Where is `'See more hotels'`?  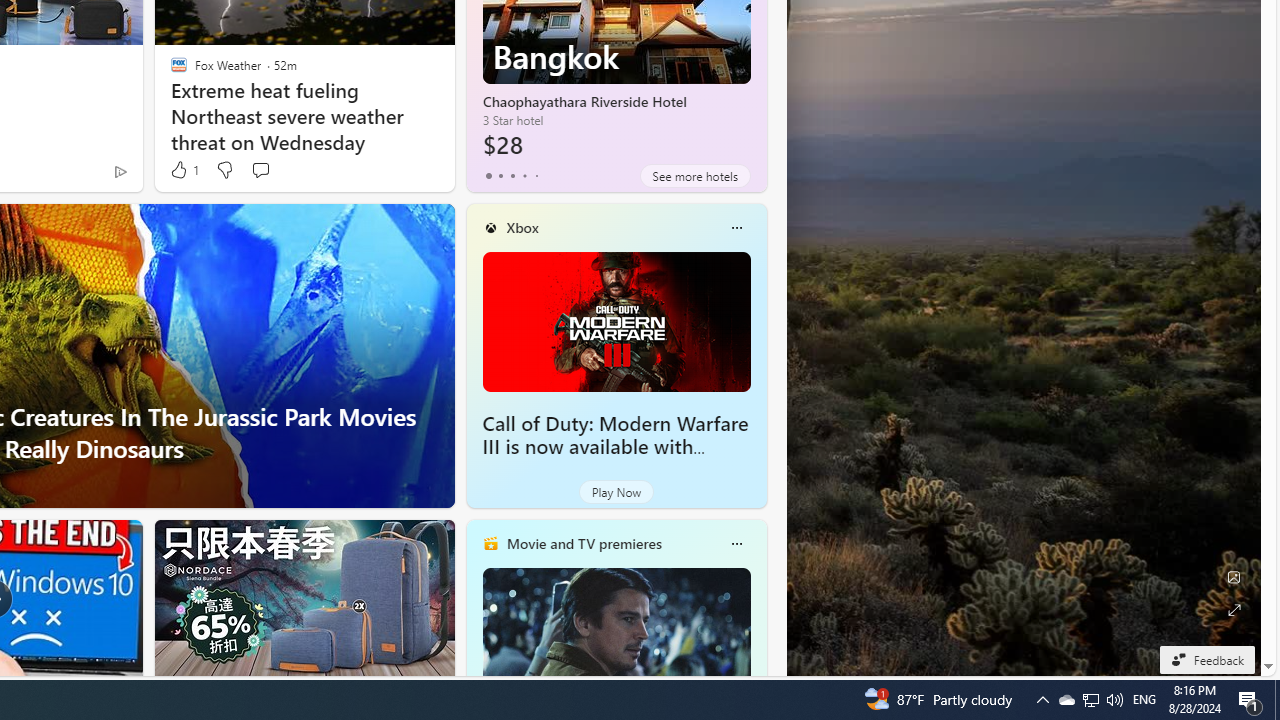 'See more hotels' is located at coordinates (695, 175).